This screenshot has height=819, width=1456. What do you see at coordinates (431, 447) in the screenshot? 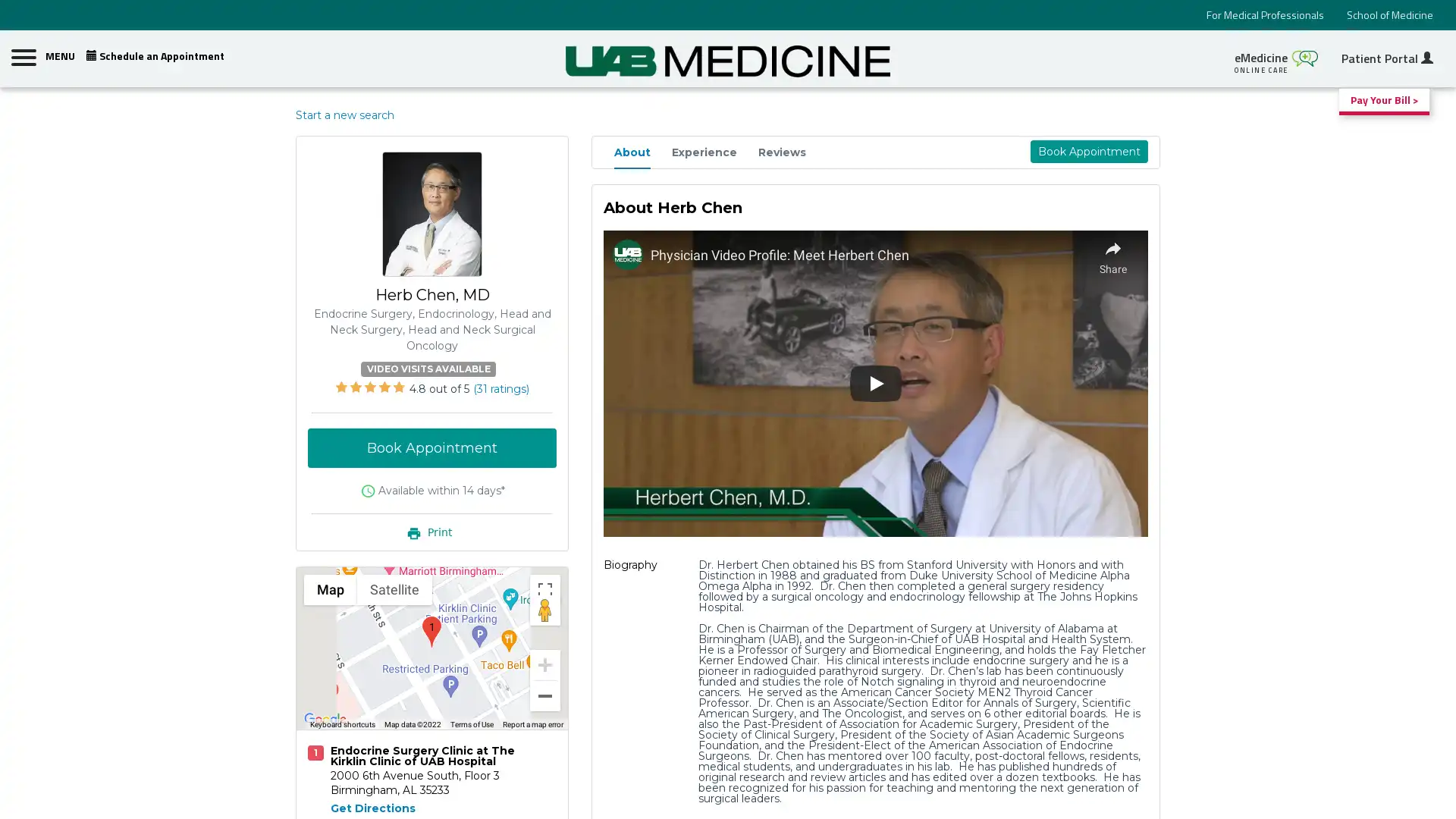
I see `Book Appointment` at bounding box center [431, 447].